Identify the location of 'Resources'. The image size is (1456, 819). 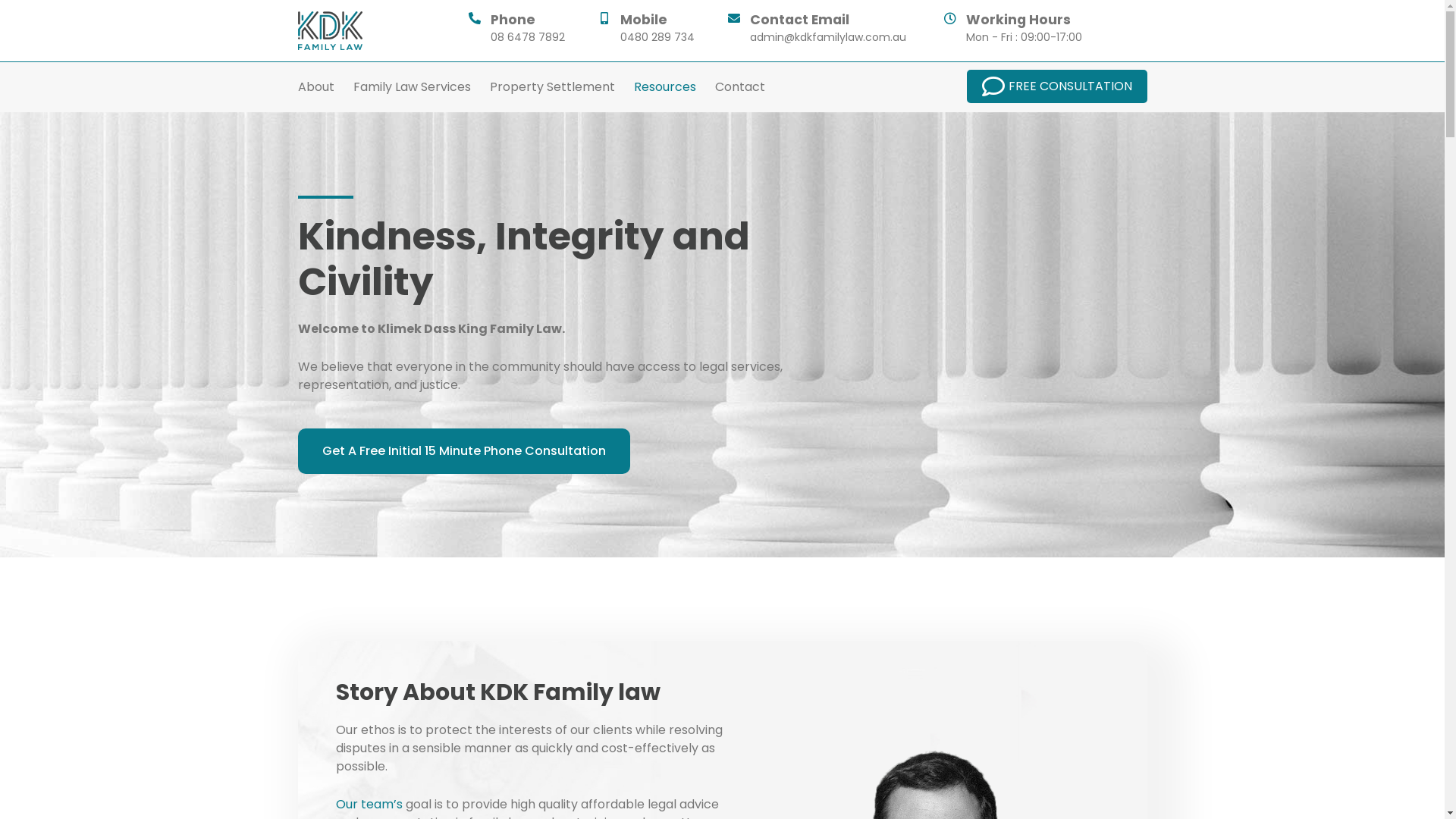
(633, 87).